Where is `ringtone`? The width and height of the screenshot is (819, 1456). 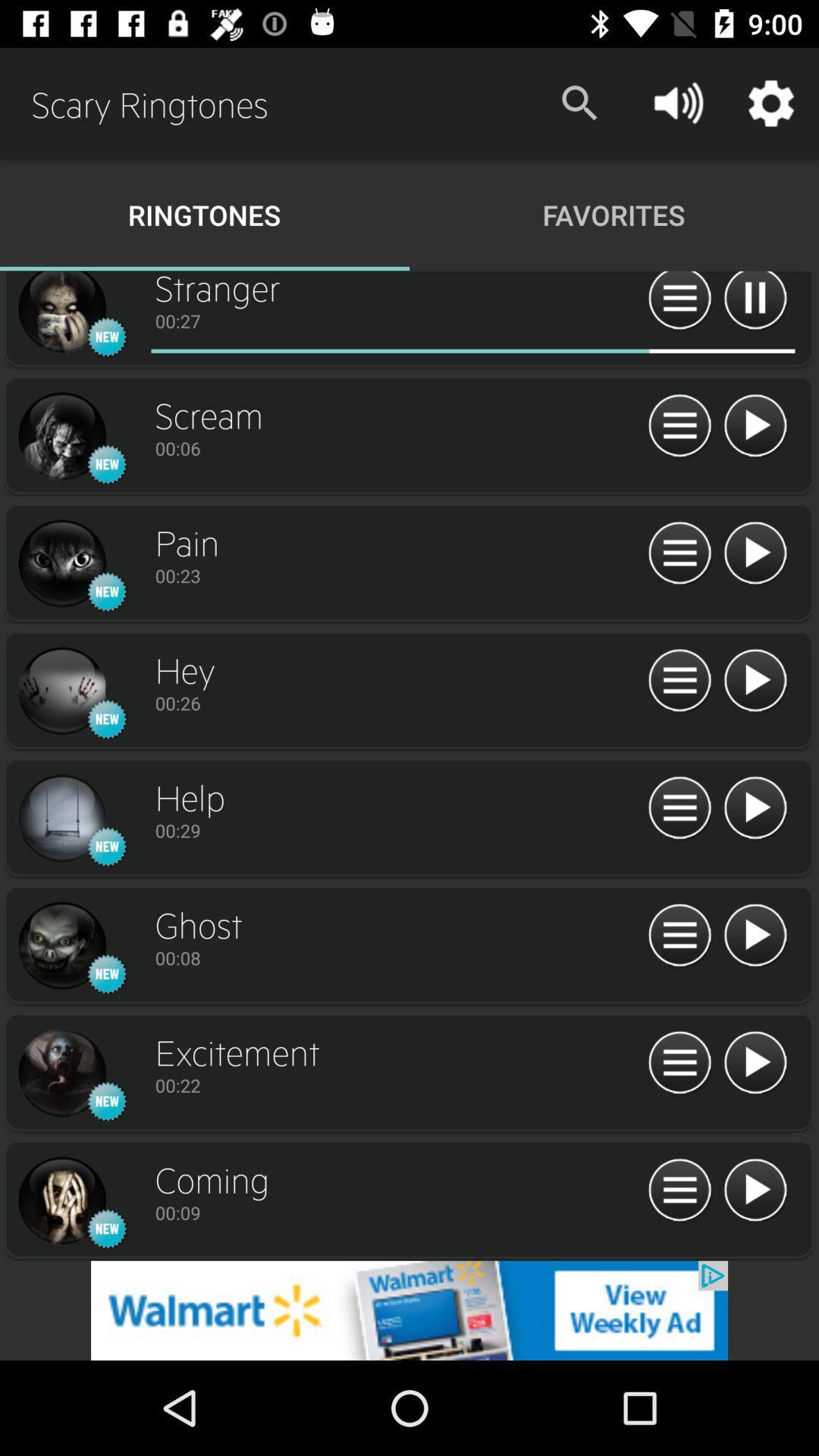
ringtone is located at coordinates (755, 425).